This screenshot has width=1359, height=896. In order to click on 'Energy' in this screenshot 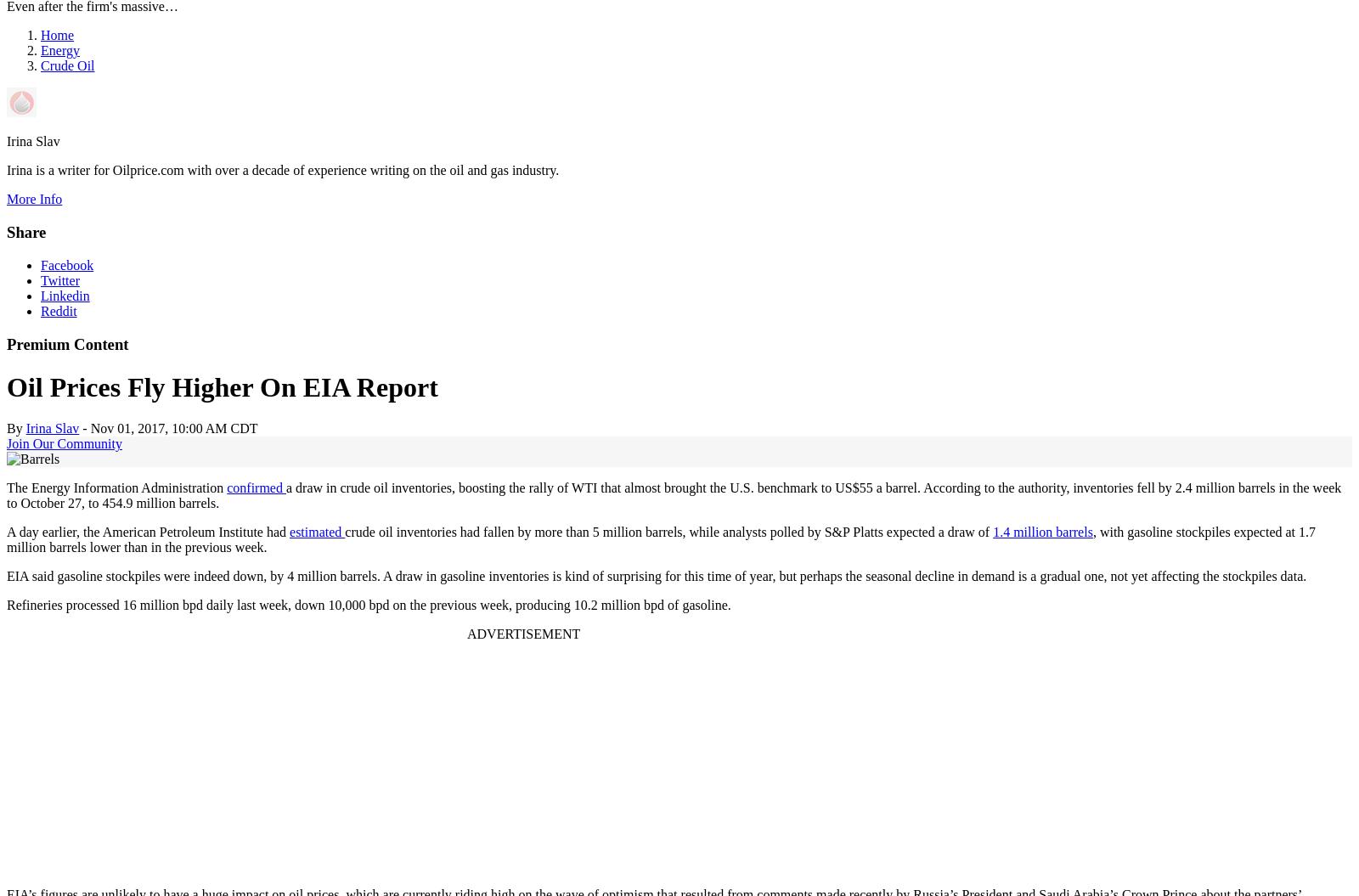, I will do `click(59, 50)`.